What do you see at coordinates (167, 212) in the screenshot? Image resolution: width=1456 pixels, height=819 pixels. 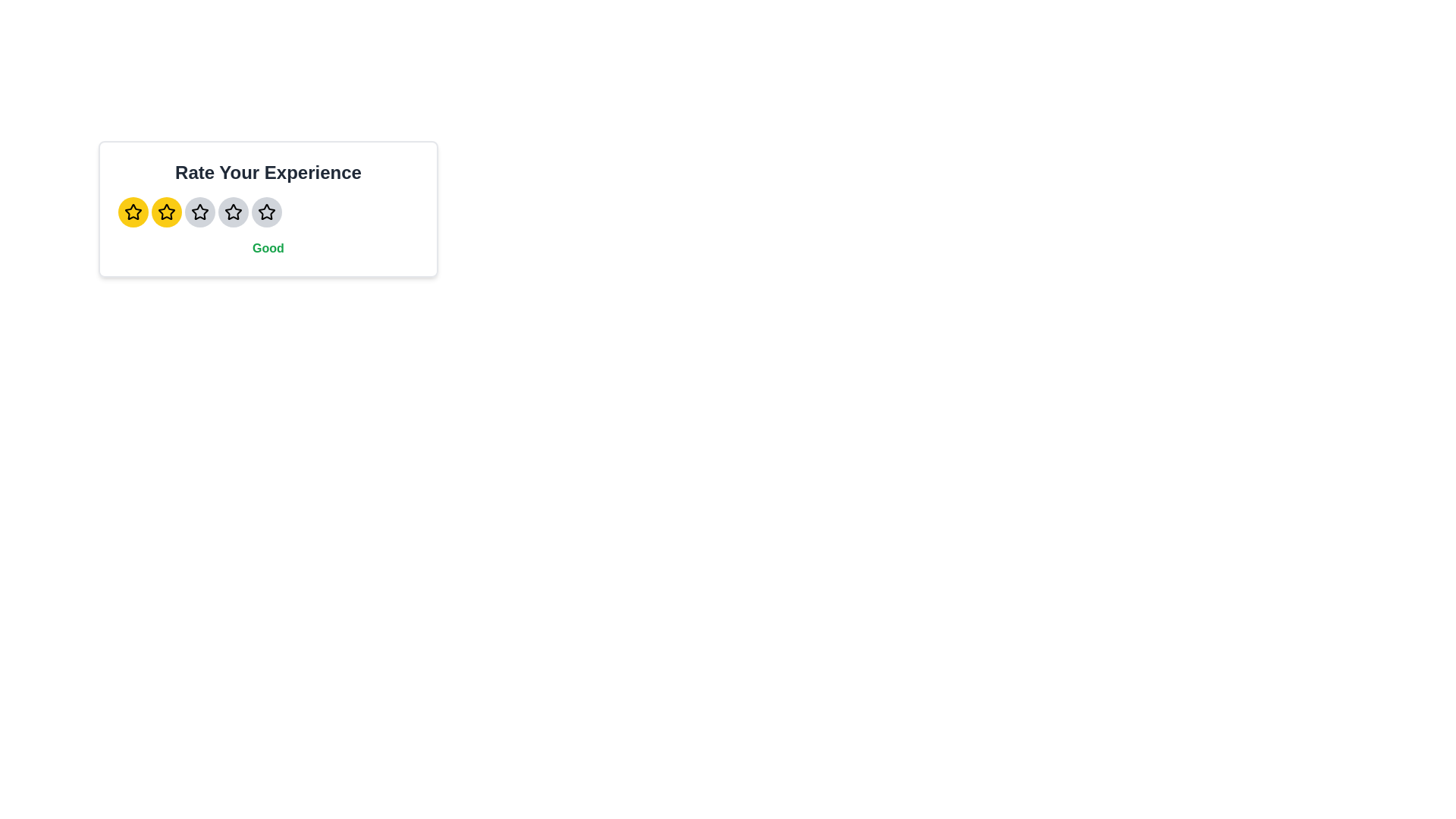 I see `the second star icon in the rating interface, which is enclosed within a yellow circular background` at bounding box center [167, 212].